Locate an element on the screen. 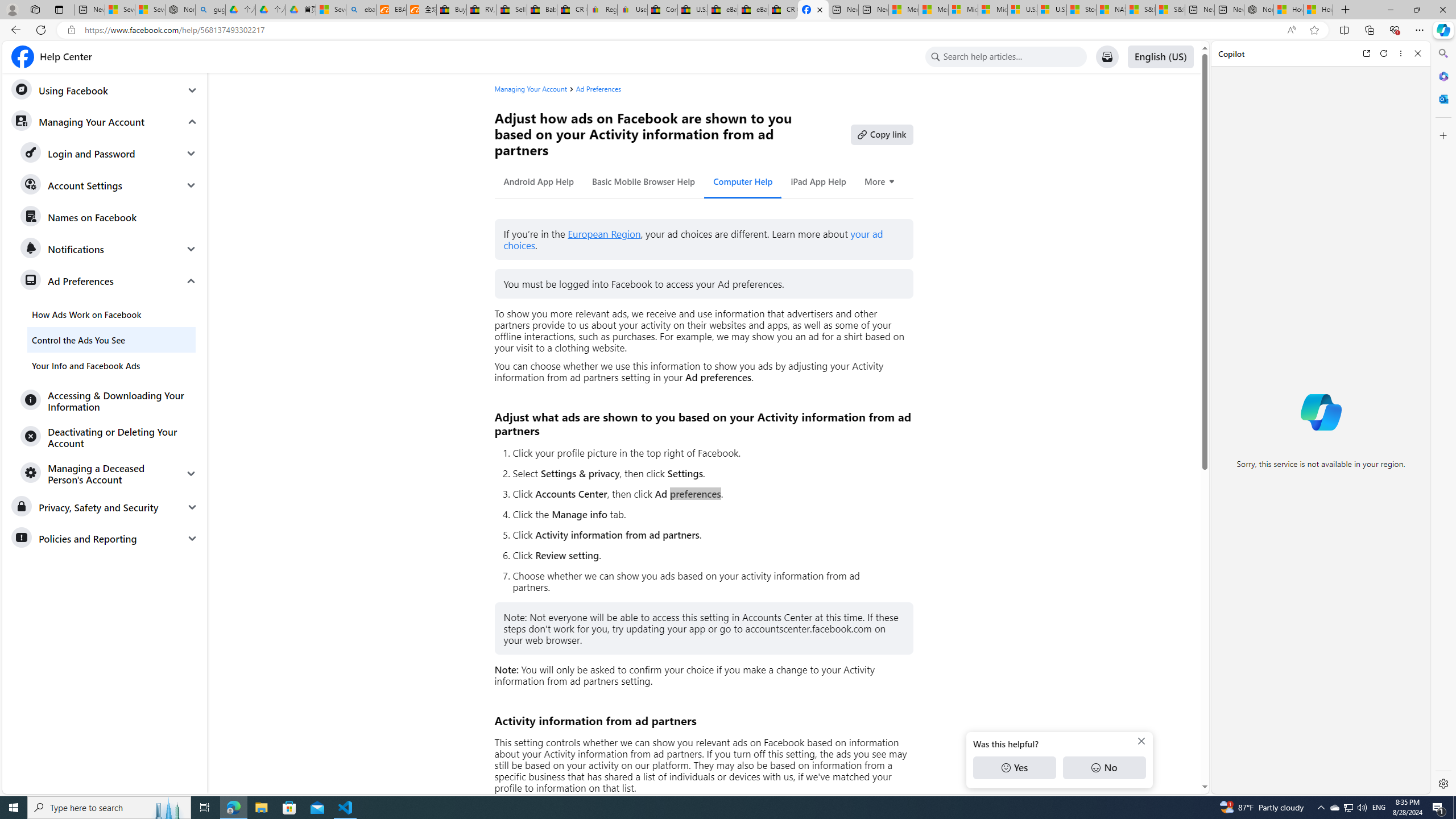  'Basic Mobile Browser Help' is located at coordinates (643, 181).